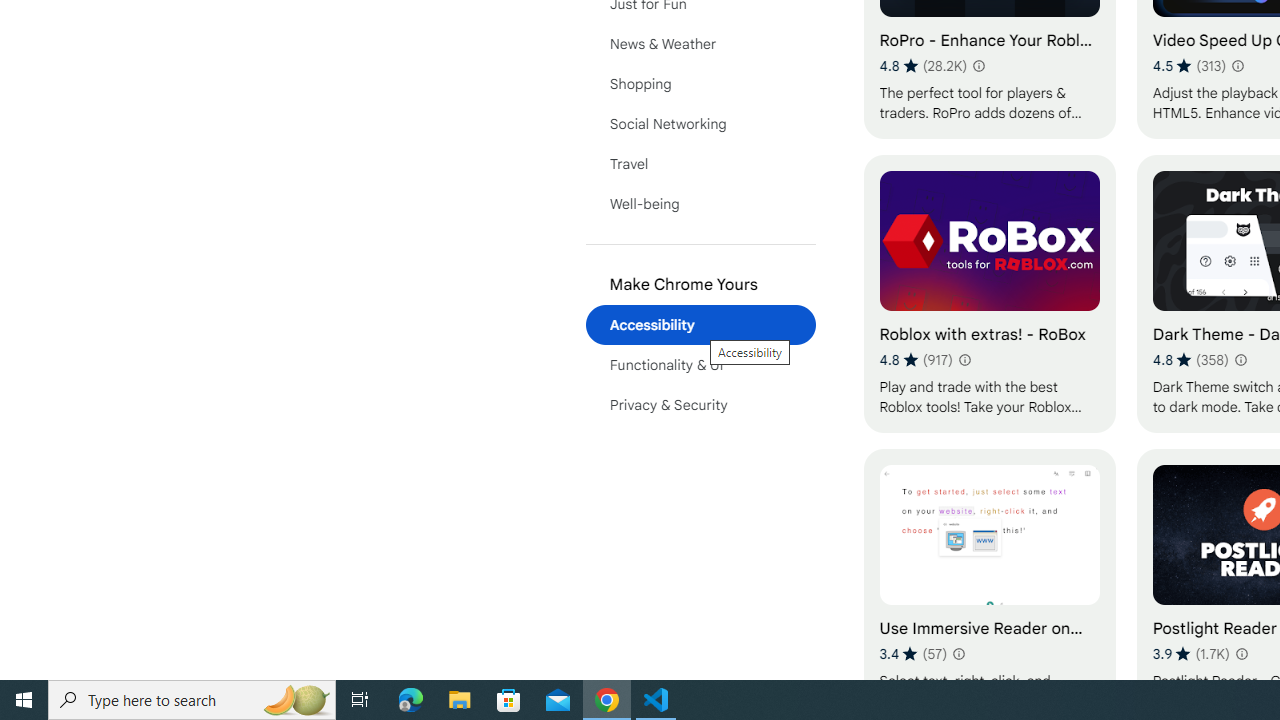  Describe the element at coordinates (1190, 360) in the screenshot. I see `'Average rating 4.8 out of 5 stars. 358 ratings.'` at that location.